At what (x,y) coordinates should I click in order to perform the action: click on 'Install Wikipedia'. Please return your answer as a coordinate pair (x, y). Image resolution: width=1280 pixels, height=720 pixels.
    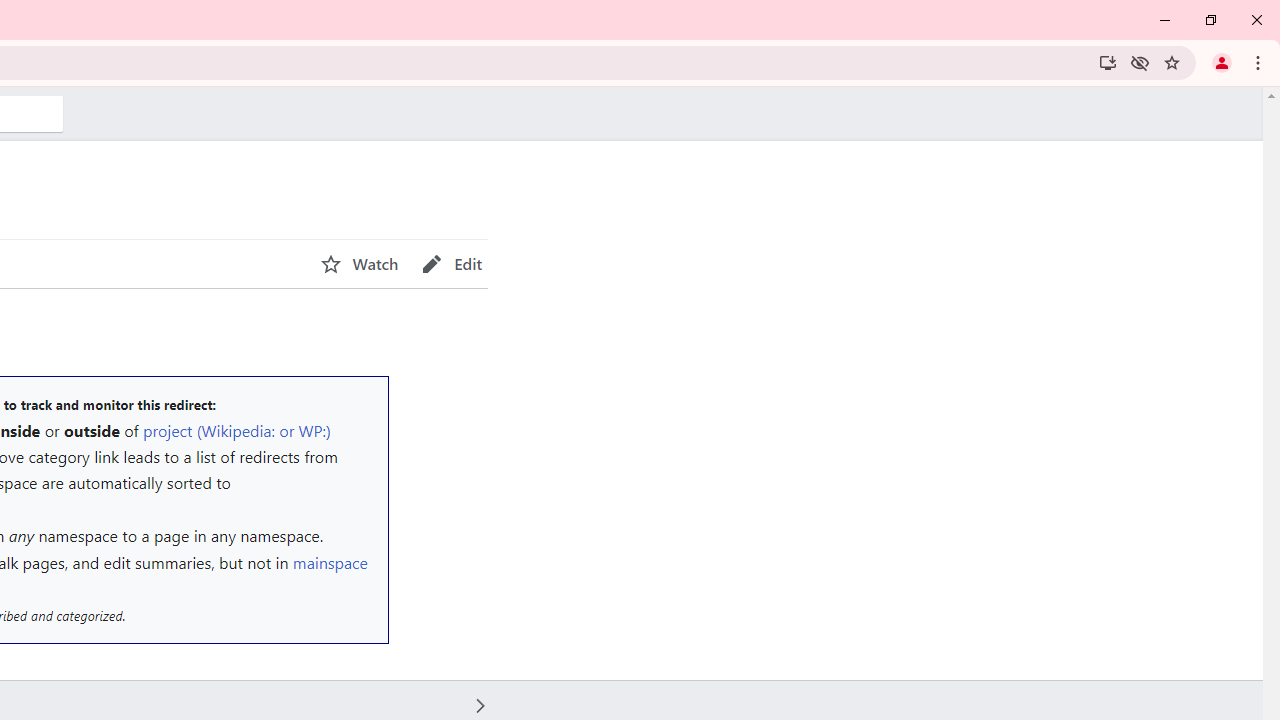
    Looking at the image, I should click on (1106, 61).